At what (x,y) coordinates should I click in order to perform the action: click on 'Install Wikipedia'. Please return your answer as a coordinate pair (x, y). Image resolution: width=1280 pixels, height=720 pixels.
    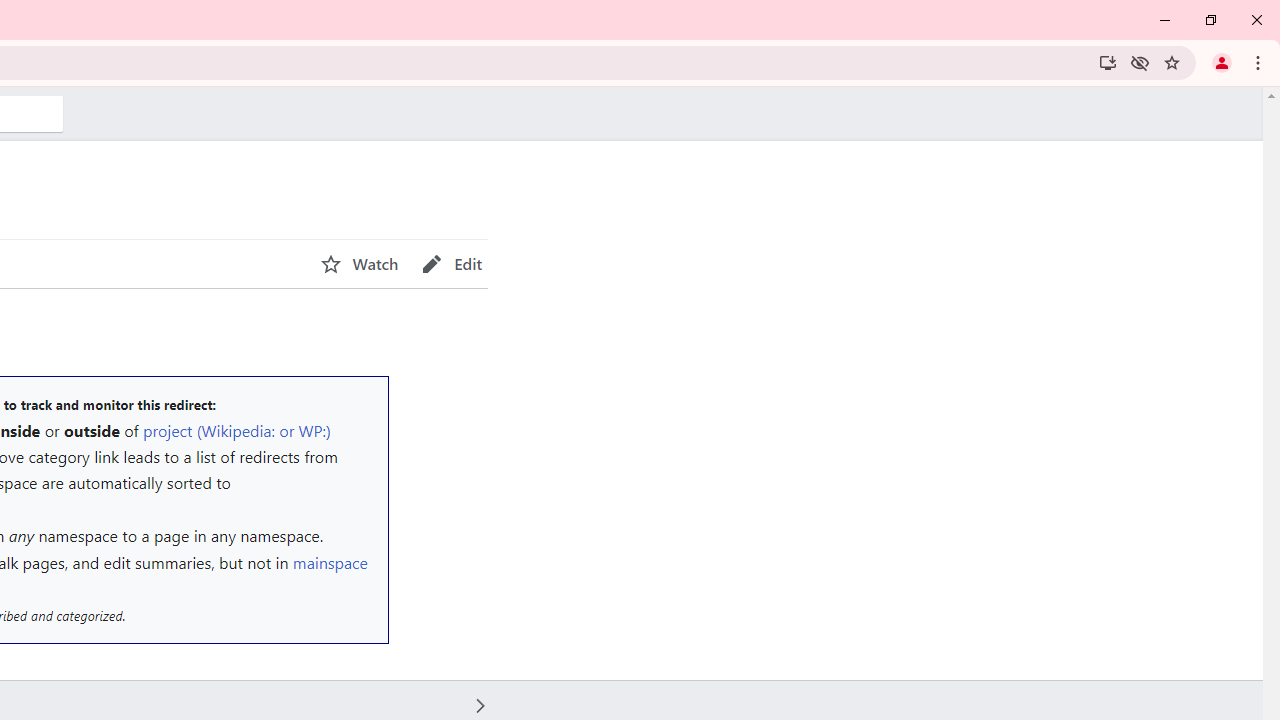
    Looking at the image, I should click on (1106, 61).